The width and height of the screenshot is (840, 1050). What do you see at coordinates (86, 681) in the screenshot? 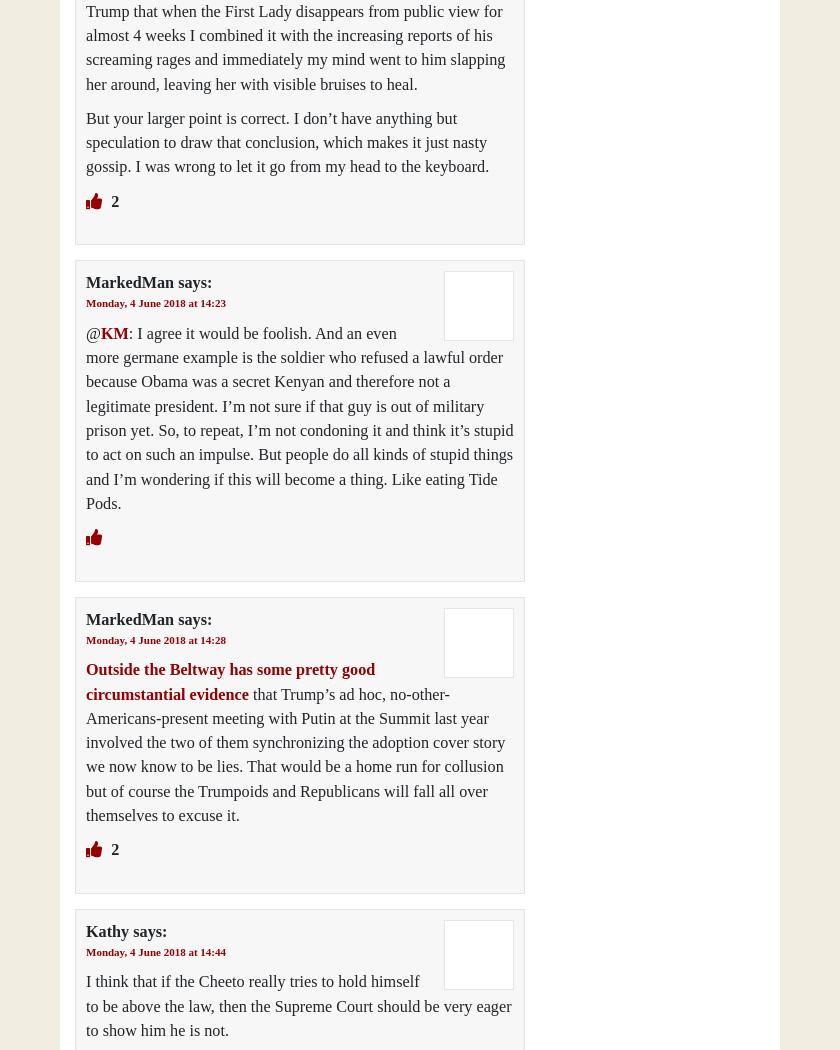
I see `'Outside the Beltway has some pretty good circumstantial evidence'` at bounding box center [86, 681].